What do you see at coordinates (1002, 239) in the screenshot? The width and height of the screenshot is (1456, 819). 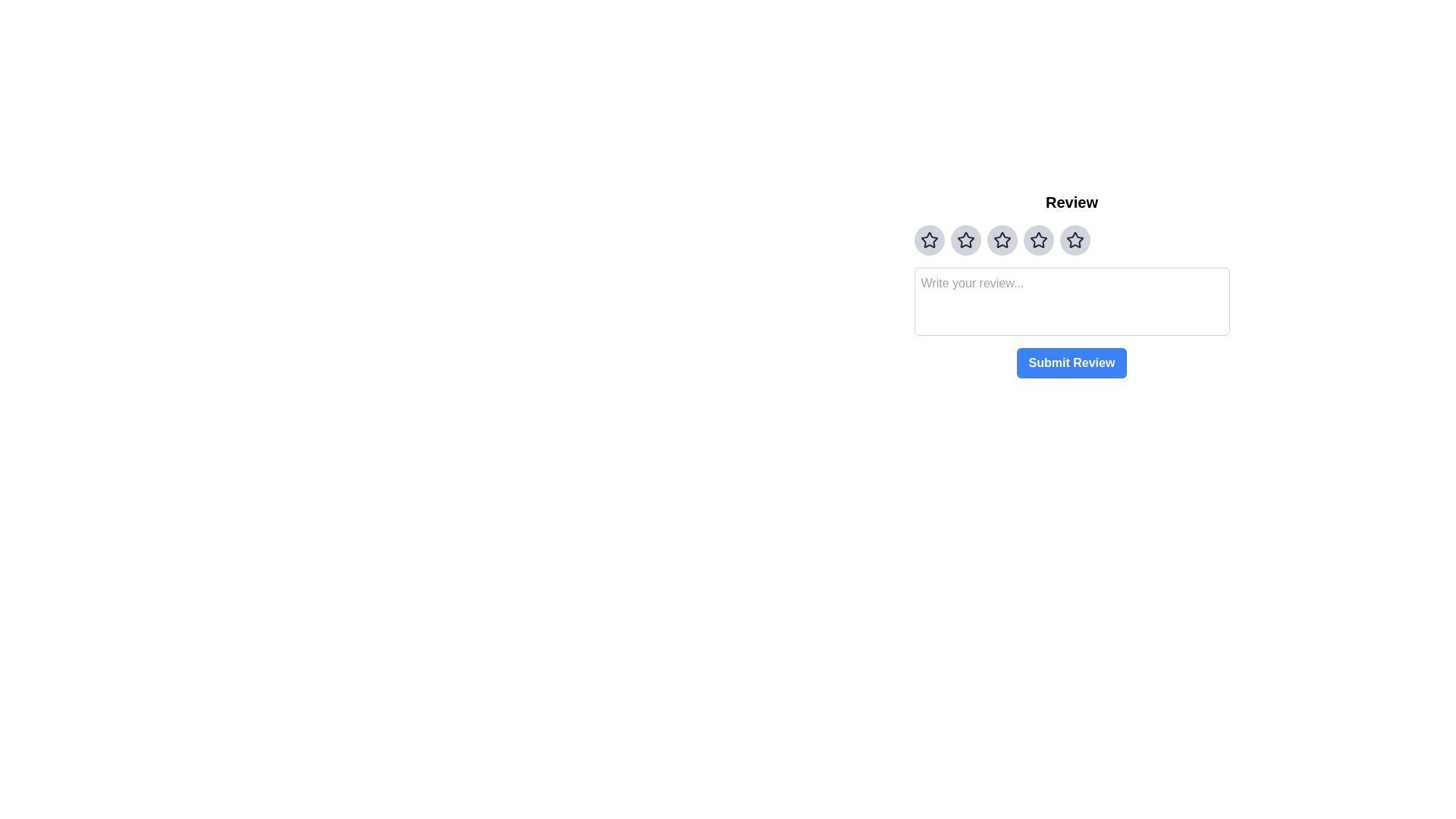 I see `the fourth star icon in the rating system` at bounding box center [1002, 239].